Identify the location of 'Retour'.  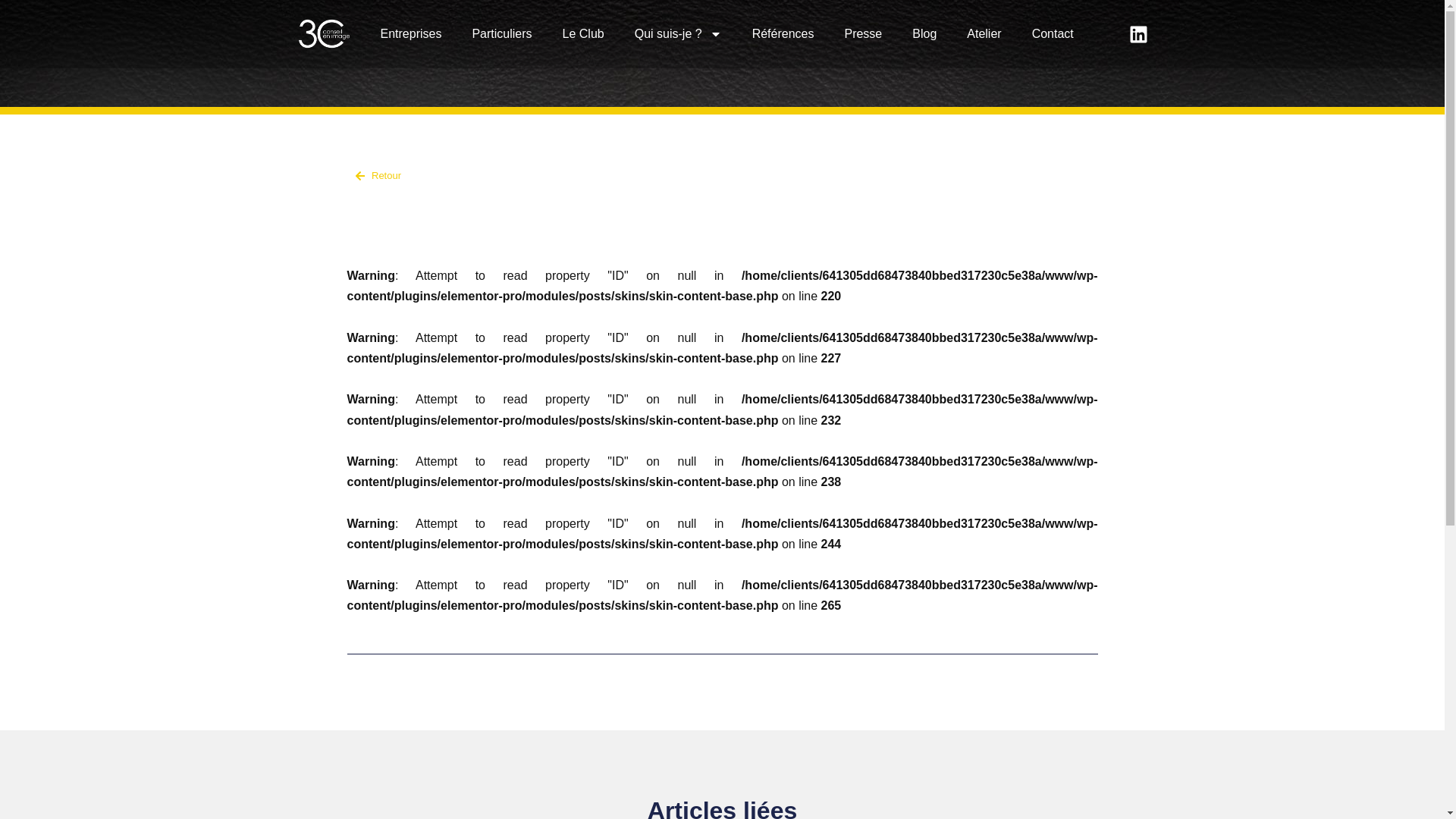
(531, 174).